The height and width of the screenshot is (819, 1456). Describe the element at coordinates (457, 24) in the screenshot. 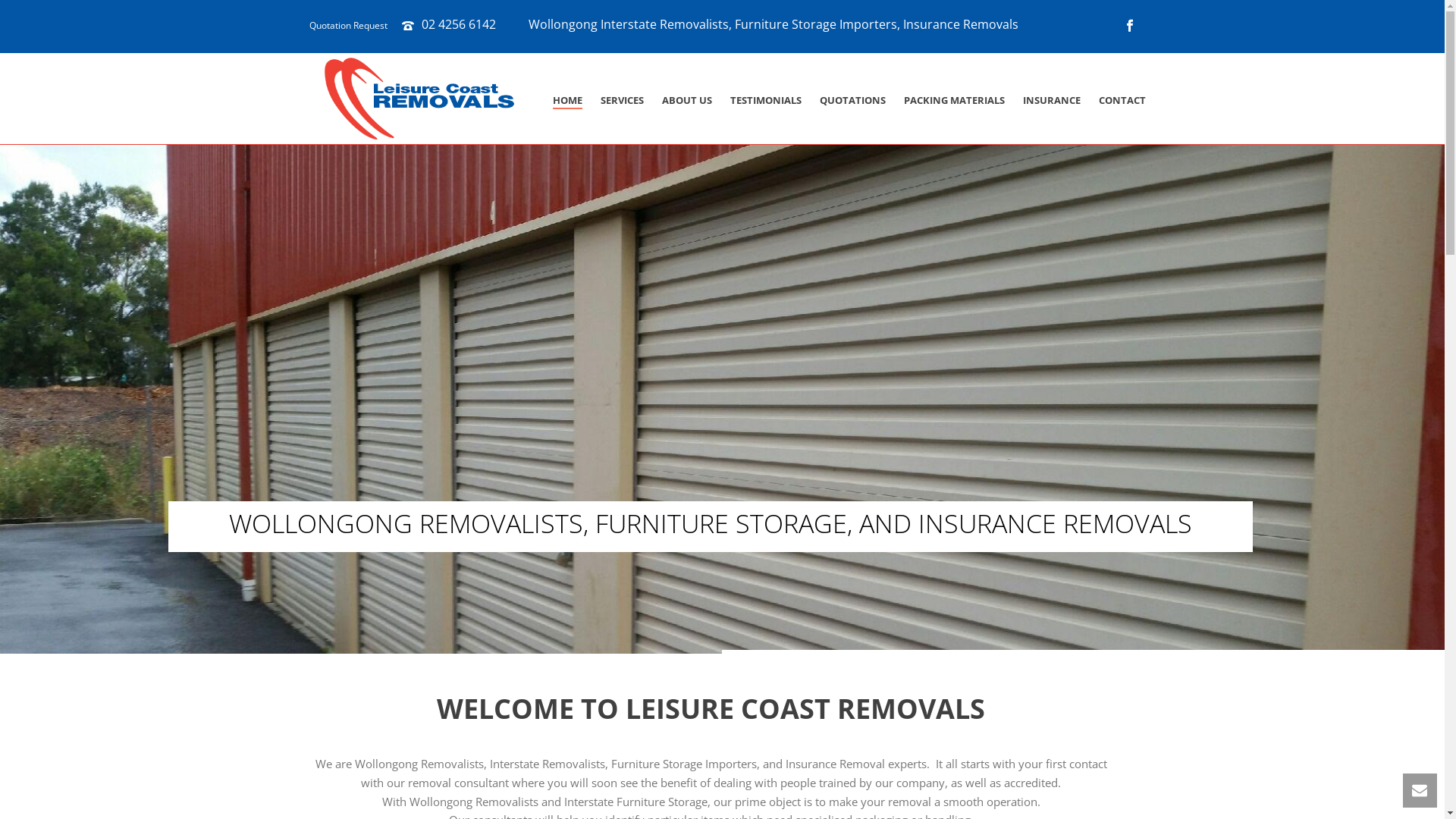

I see `'02 4256 6142'` at that location.